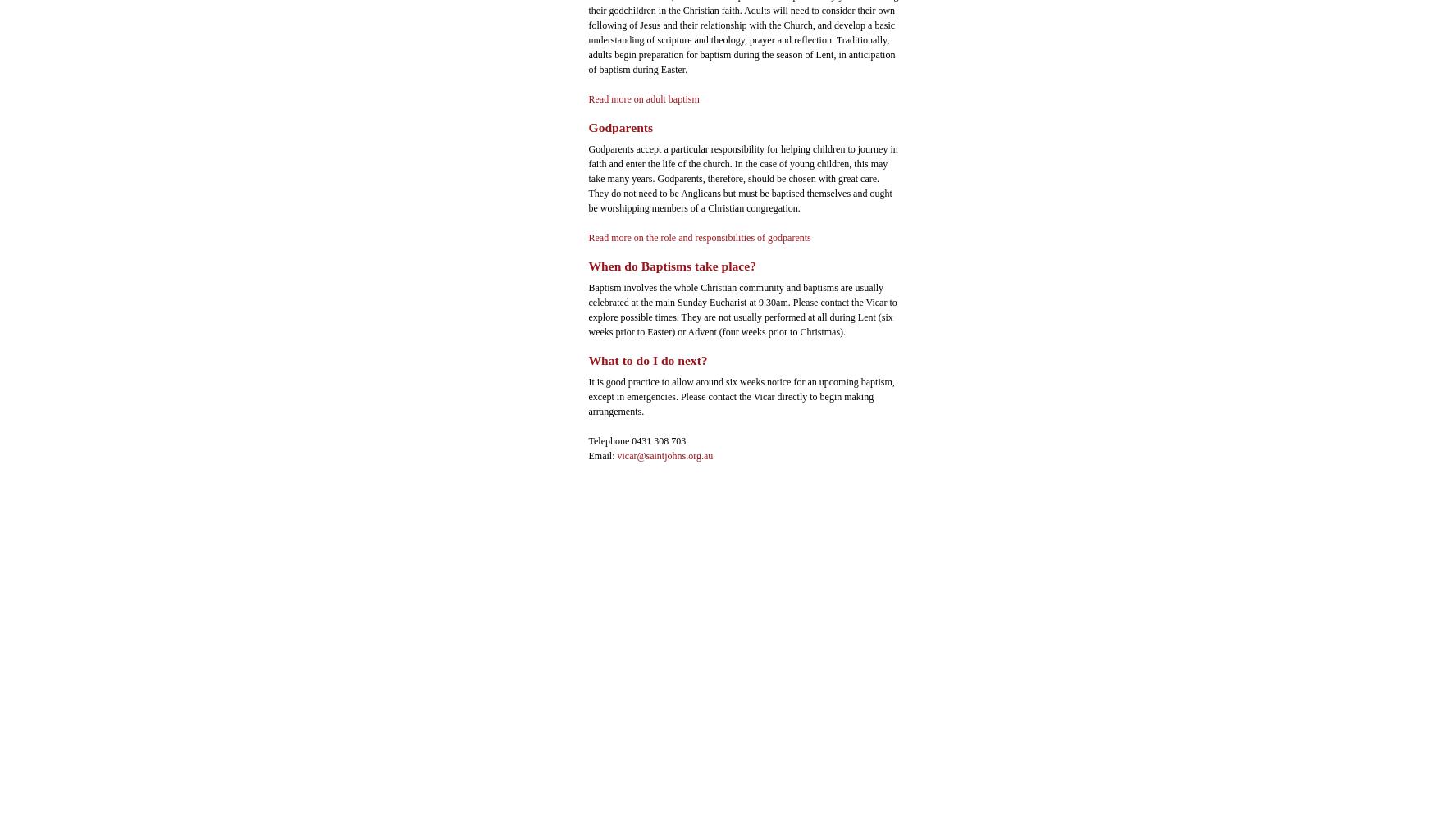 The image size is (1456, 820). What do you see at coordinates (637, 440) in the screenshot?
I see `'Telephone 0431 308 703'` at bounding box center [637, 440].